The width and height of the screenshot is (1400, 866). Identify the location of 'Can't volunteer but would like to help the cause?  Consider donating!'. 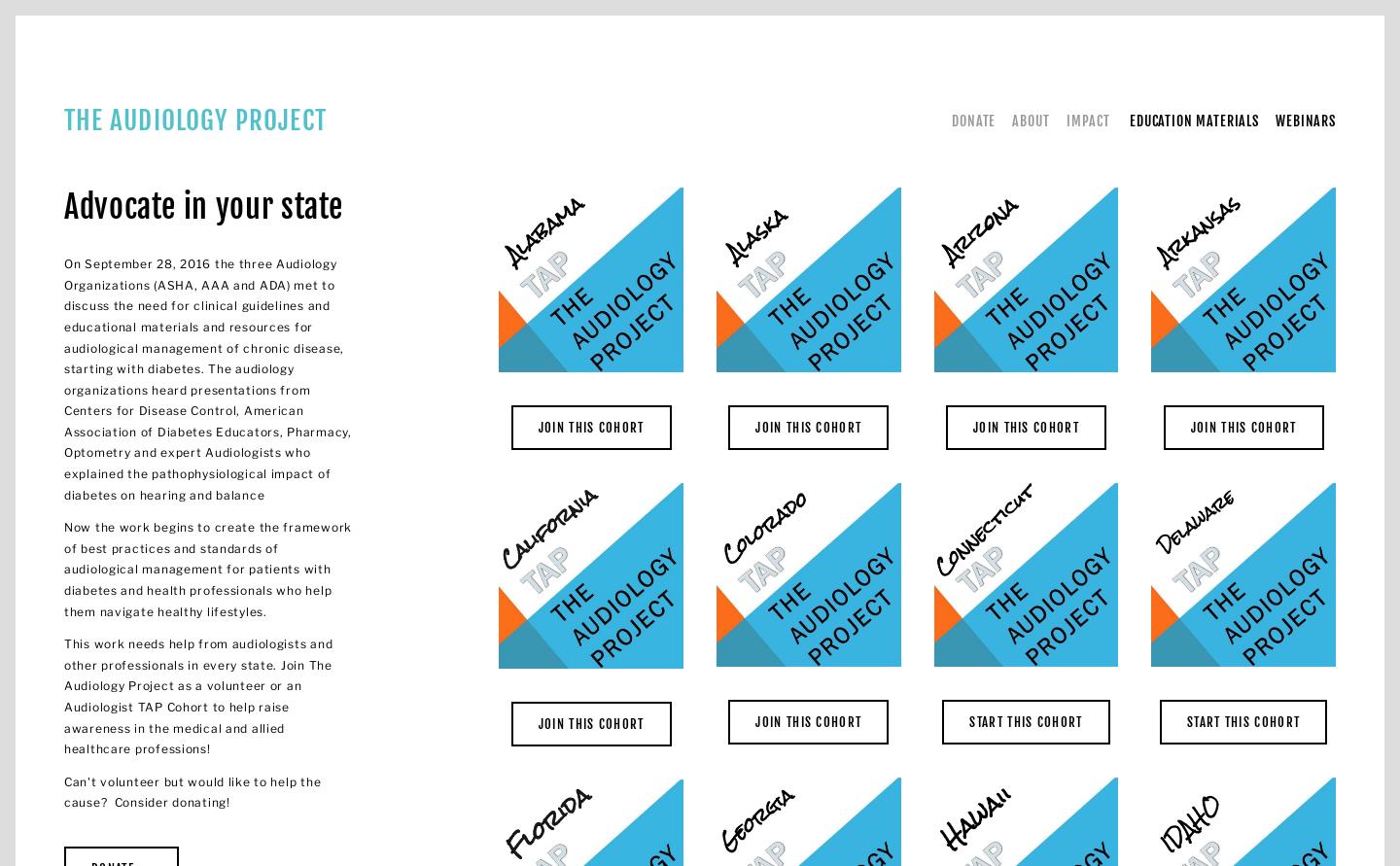
(63, 790).